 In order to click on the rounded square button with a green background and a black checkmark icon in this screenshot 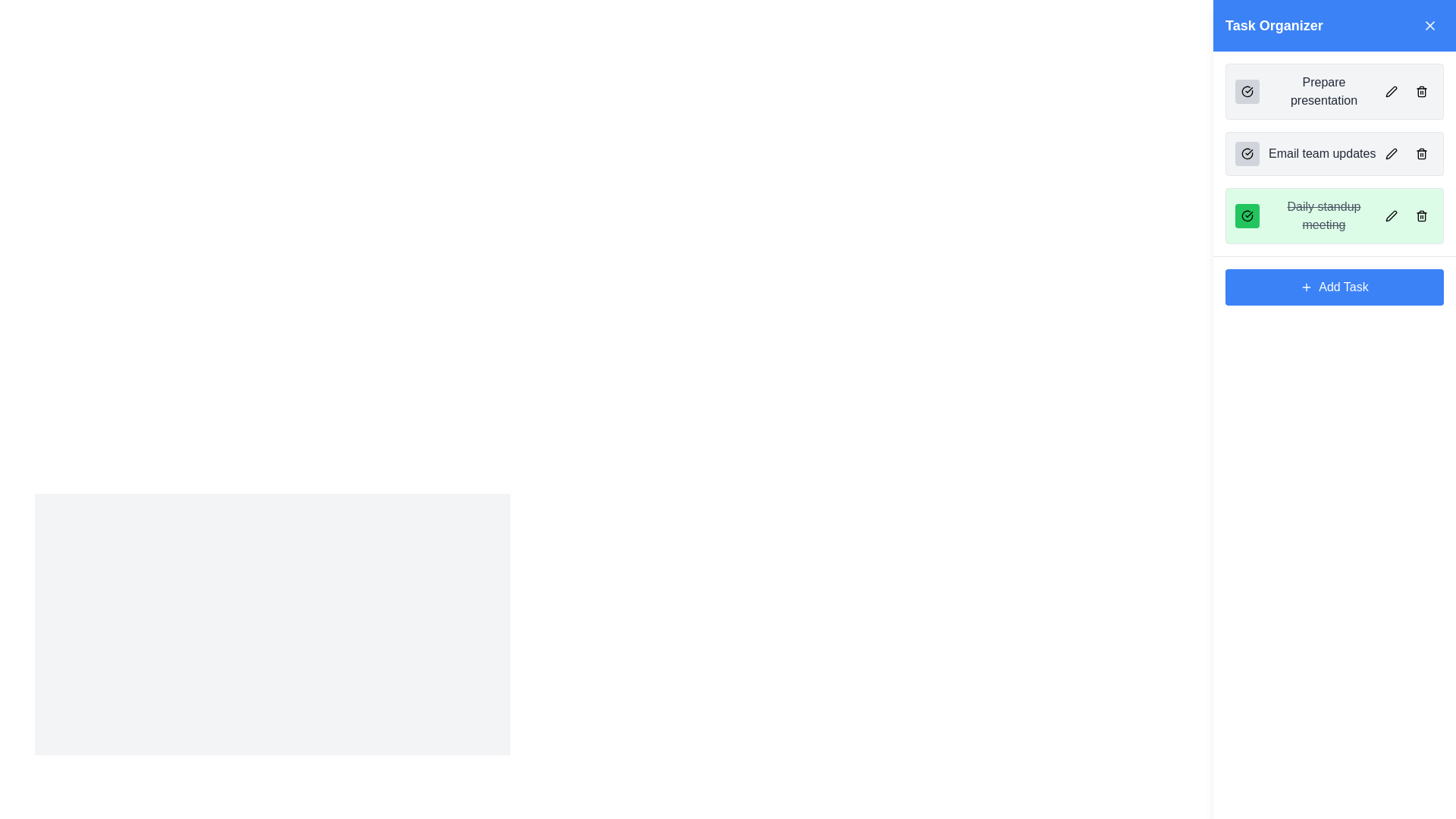, I will do `click(1247, 216)`.